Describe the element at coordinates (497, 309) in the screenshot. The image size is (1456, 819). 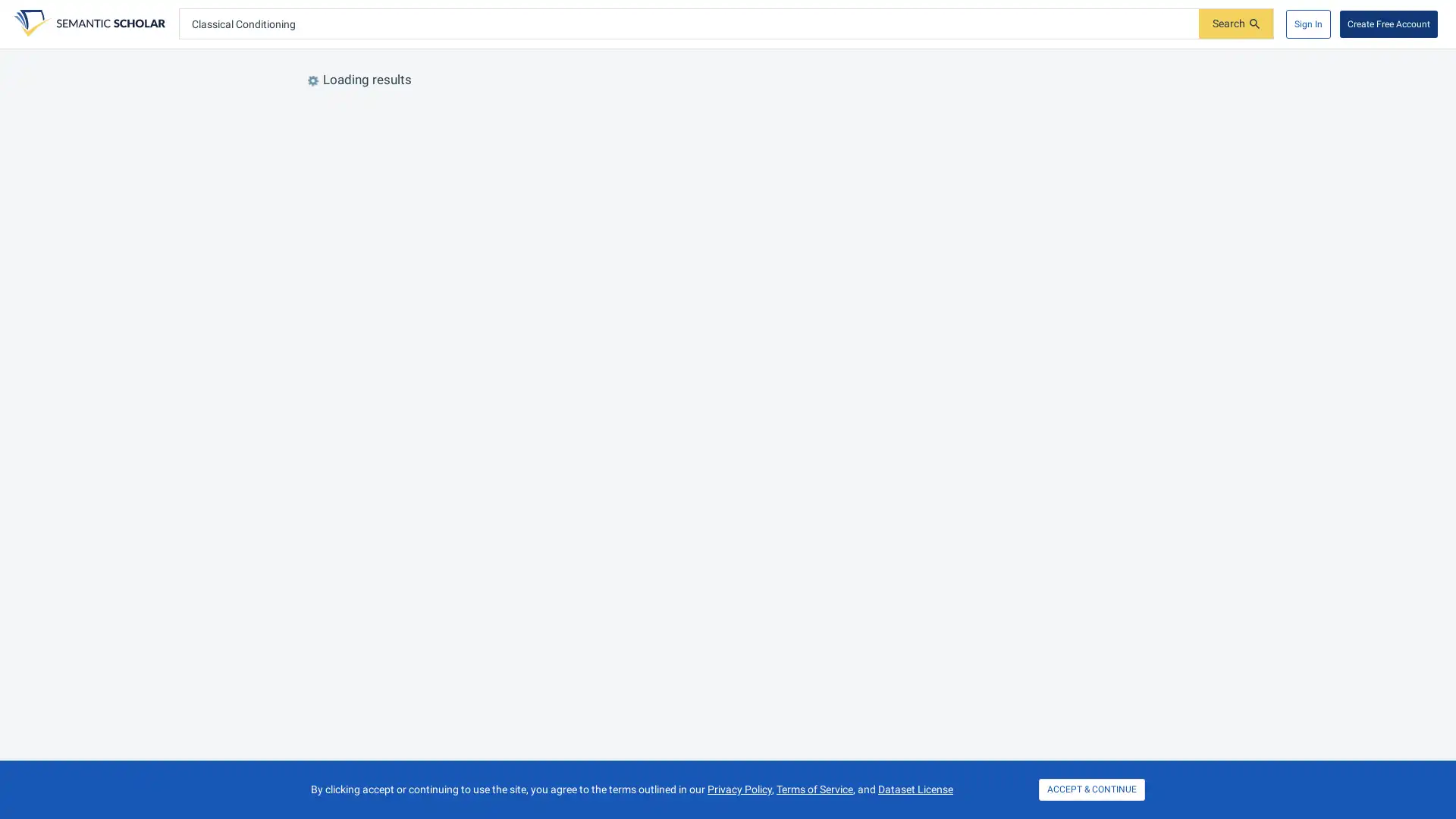
I see `Cite this paper` at that location.